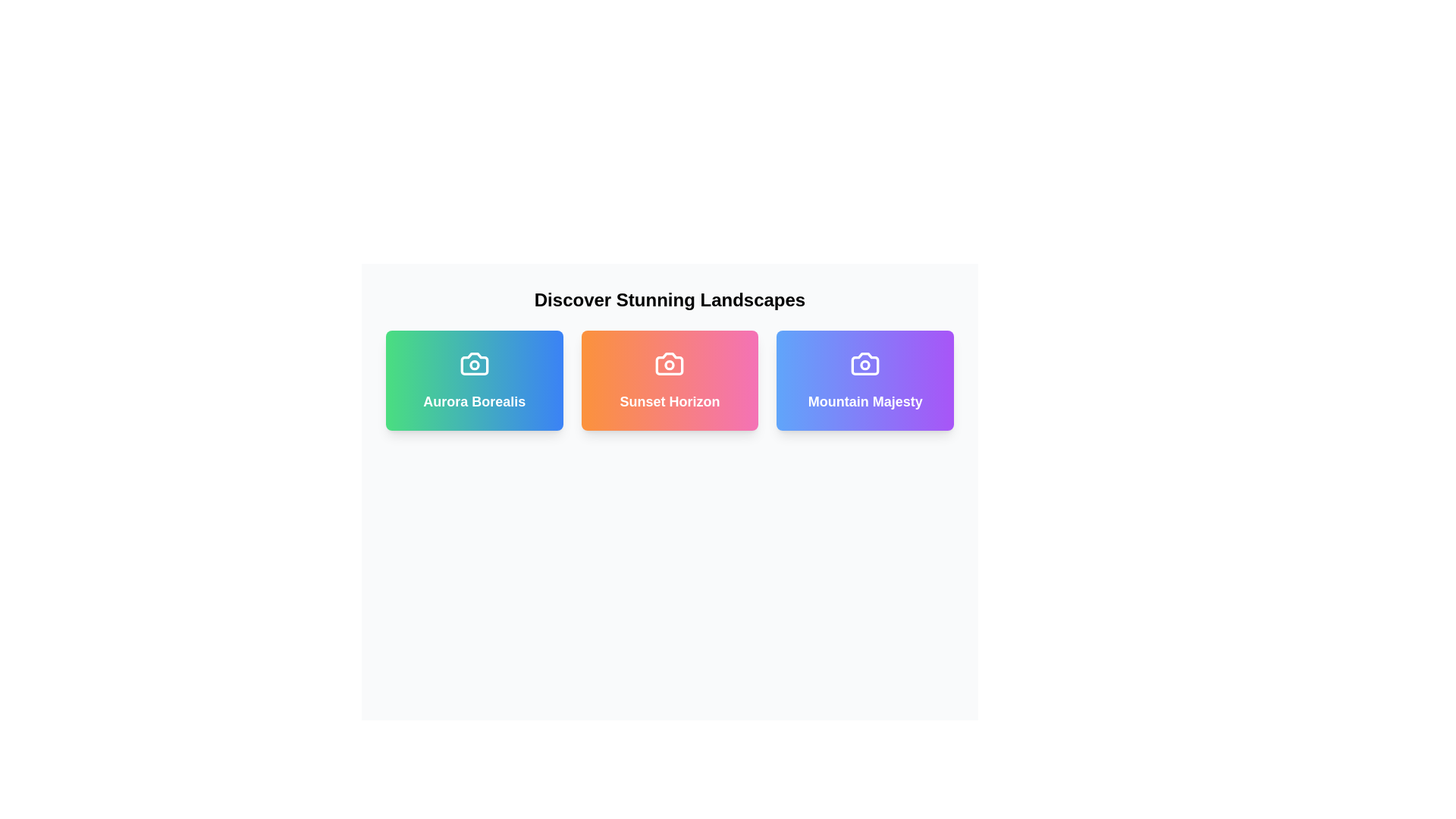 This screenshot has width=1456, height=819. What do you see at coordinates (669, 379) in the screenshot?
I see `the second interactive card labeled 'Sunset Horizon'` at bounding box center [669, 379].